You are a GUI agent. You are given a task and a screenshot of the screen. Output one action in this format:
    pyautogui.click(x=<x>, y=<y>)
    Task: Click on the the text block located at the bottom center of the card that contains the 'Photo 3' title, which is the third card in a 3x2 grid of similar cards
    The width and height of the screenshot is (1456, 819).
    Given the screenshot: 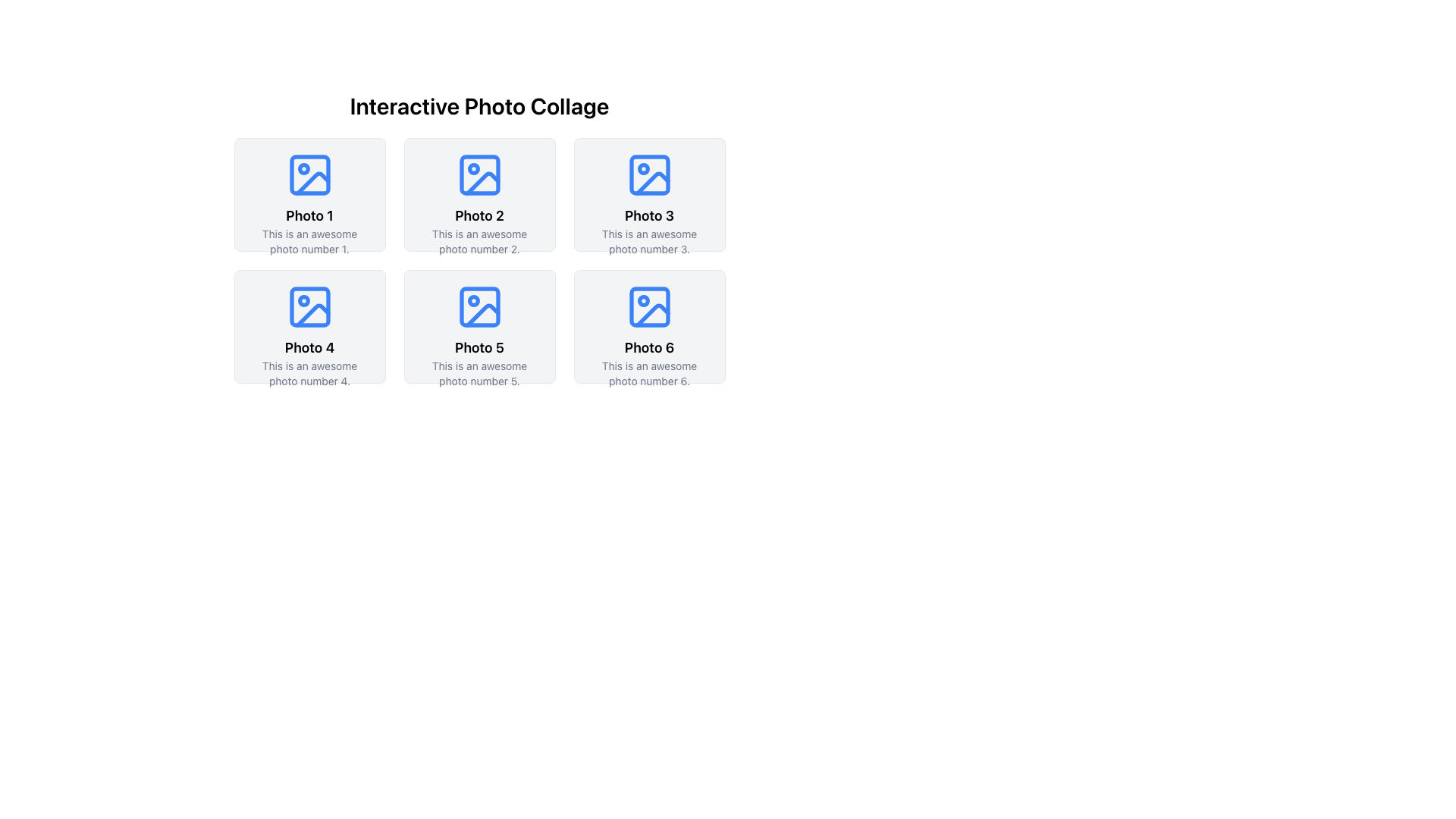 What is the action you would take?
    pyautogui.click(x=649, y=241)
    